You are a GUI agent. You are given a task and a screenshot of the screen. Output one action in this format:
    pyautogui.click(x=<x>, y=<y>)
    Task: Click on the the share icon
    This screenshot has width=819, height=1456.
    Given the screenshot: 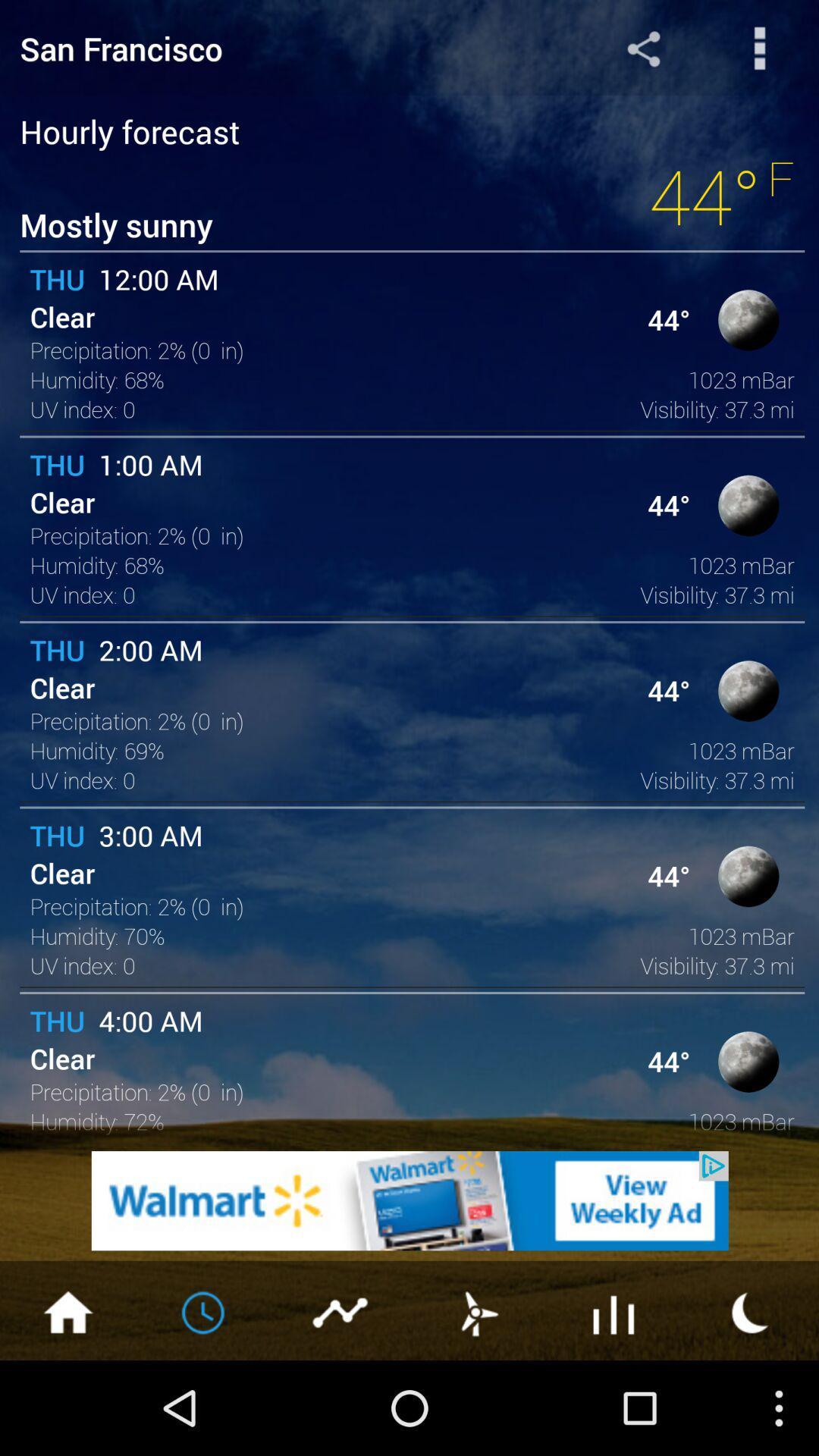 What is the action you would take?
    pyautogui.click(x=643, y=52)
    